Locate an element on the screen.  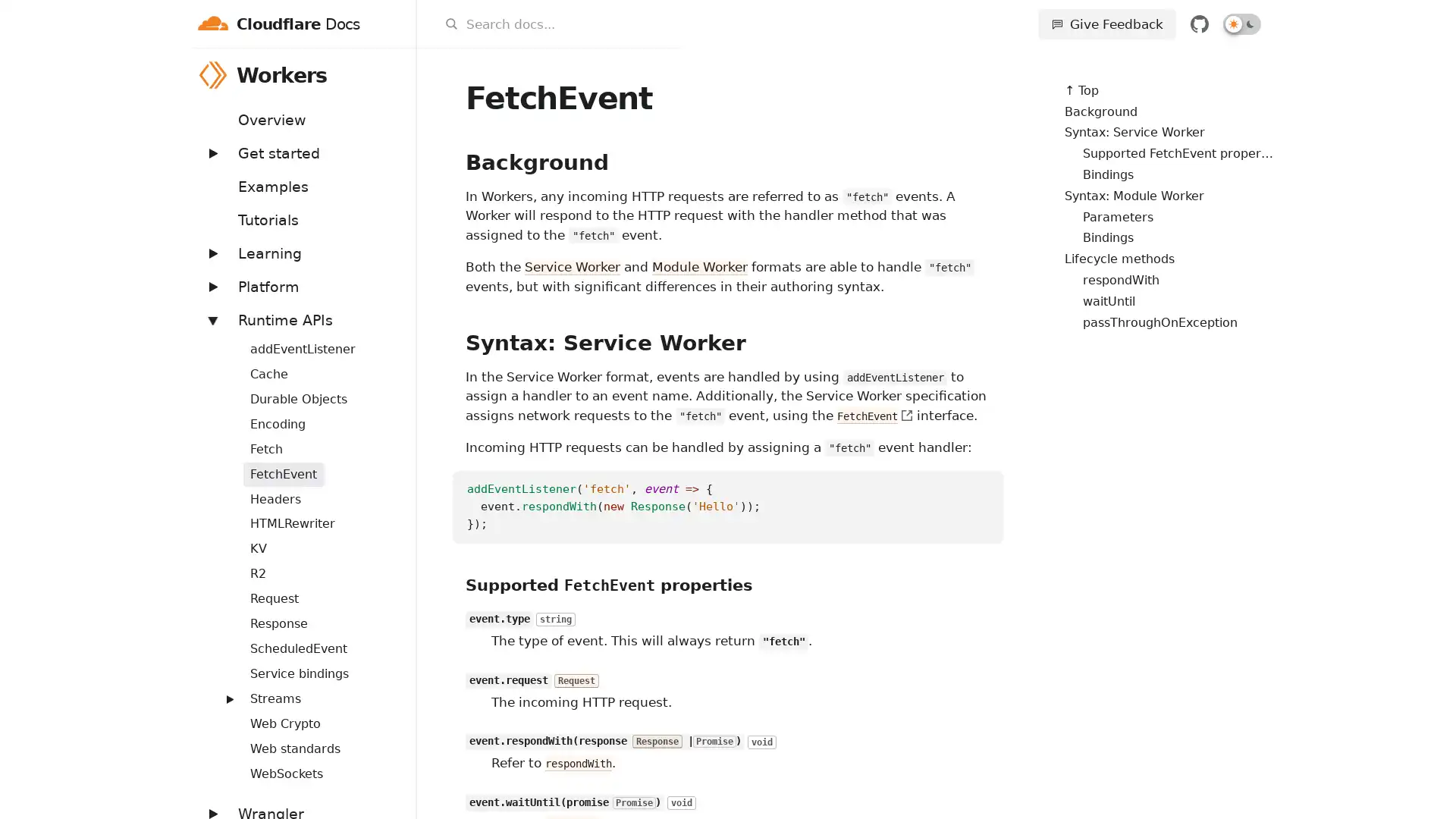
Expand: Bindings is located at coordinates (221, 339).